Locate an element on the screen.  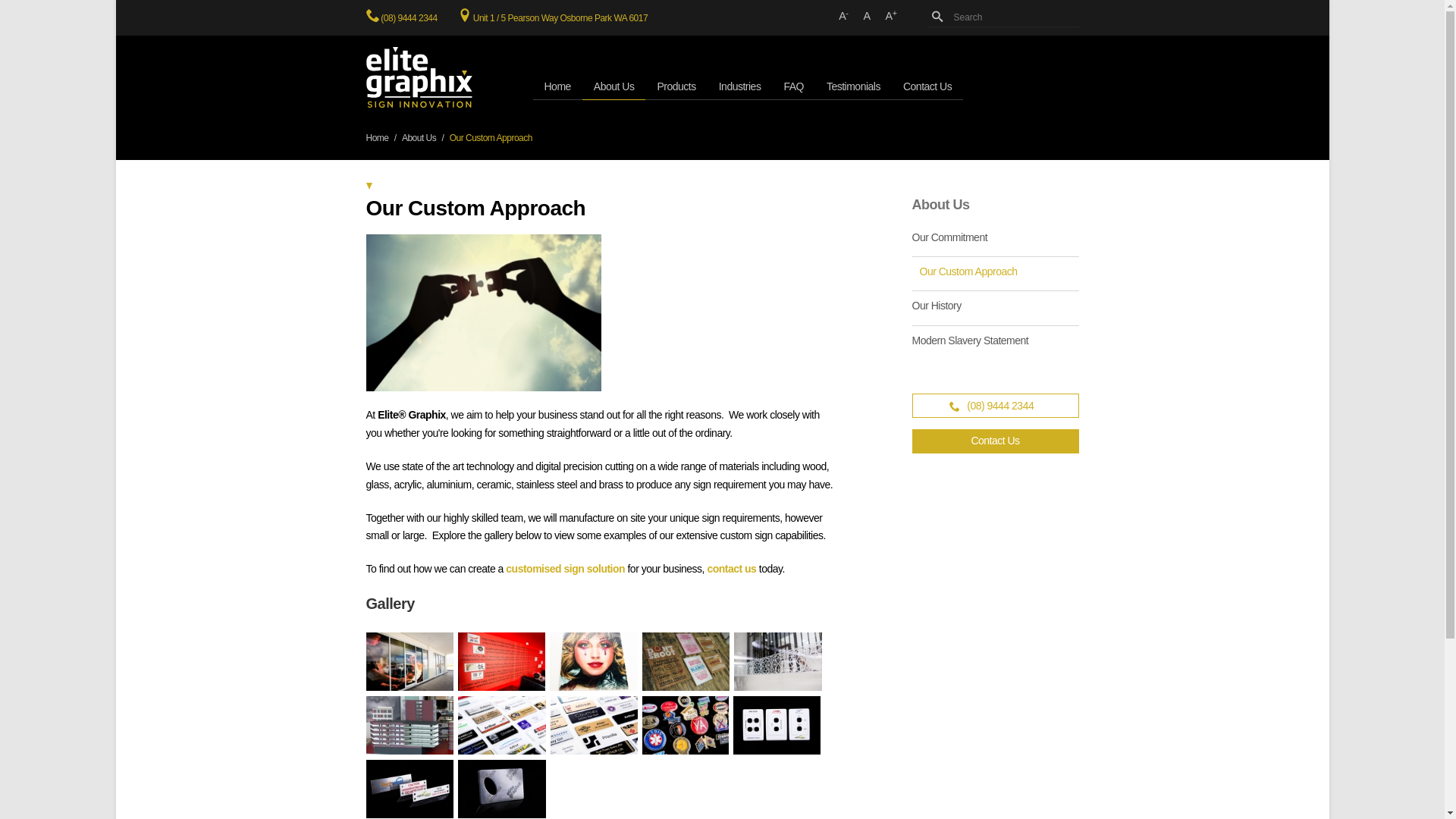
'Products' is located at coordinates (645, 86).